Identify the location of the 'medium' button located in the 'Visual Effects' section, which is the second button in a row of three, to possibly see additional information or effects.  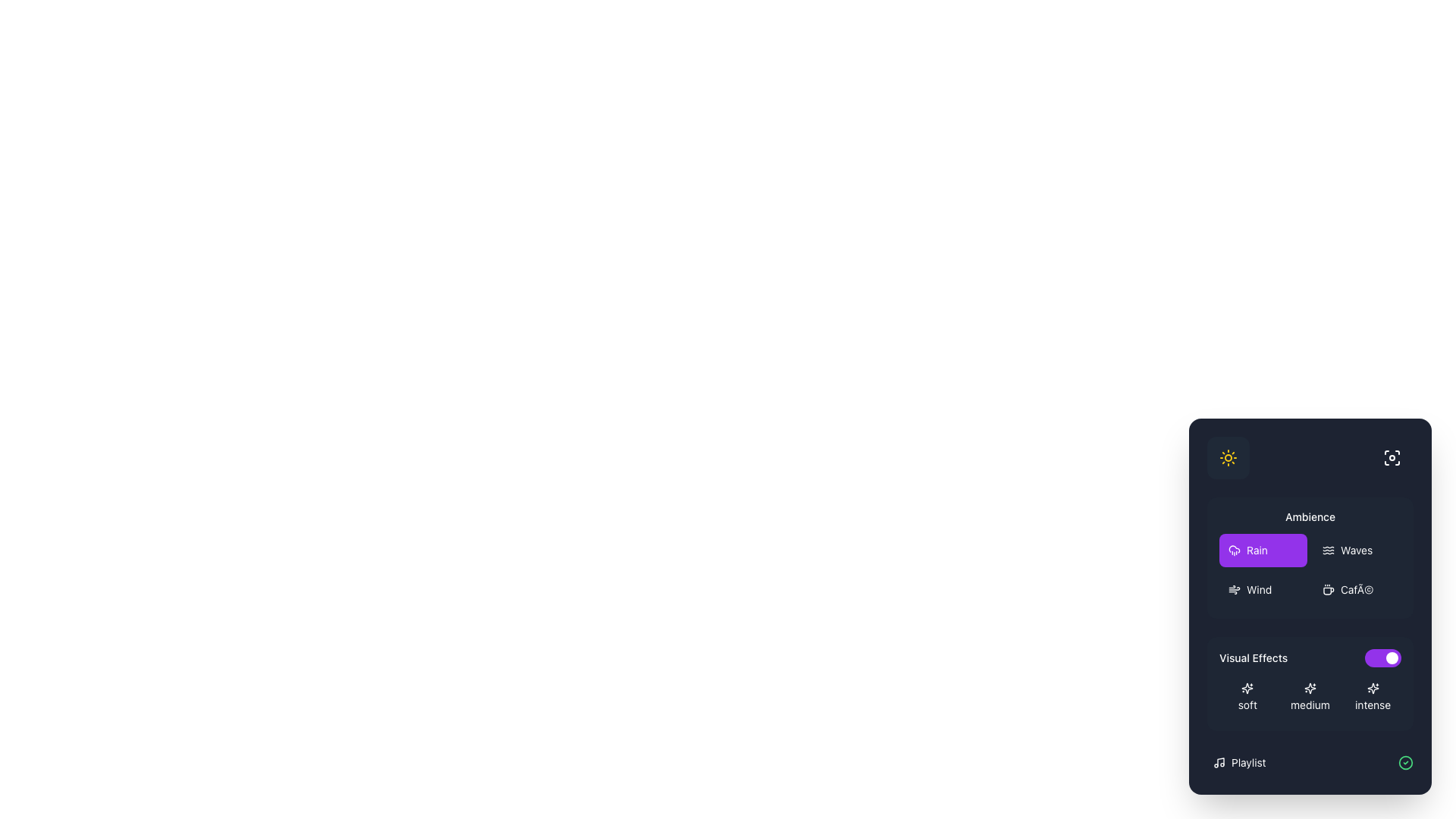
(1310, 698).